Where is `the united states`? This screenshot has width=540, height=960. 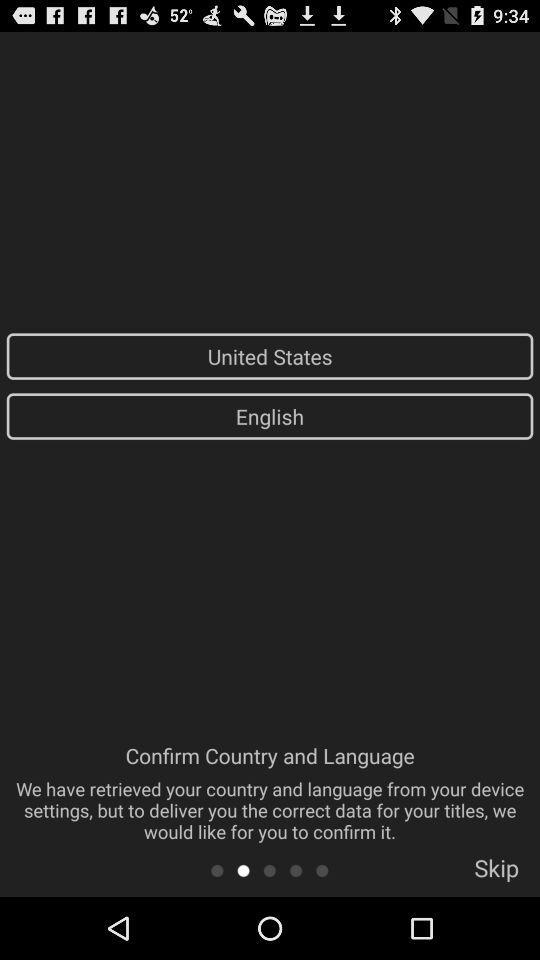 the united states is located at coordinates (270, 356).